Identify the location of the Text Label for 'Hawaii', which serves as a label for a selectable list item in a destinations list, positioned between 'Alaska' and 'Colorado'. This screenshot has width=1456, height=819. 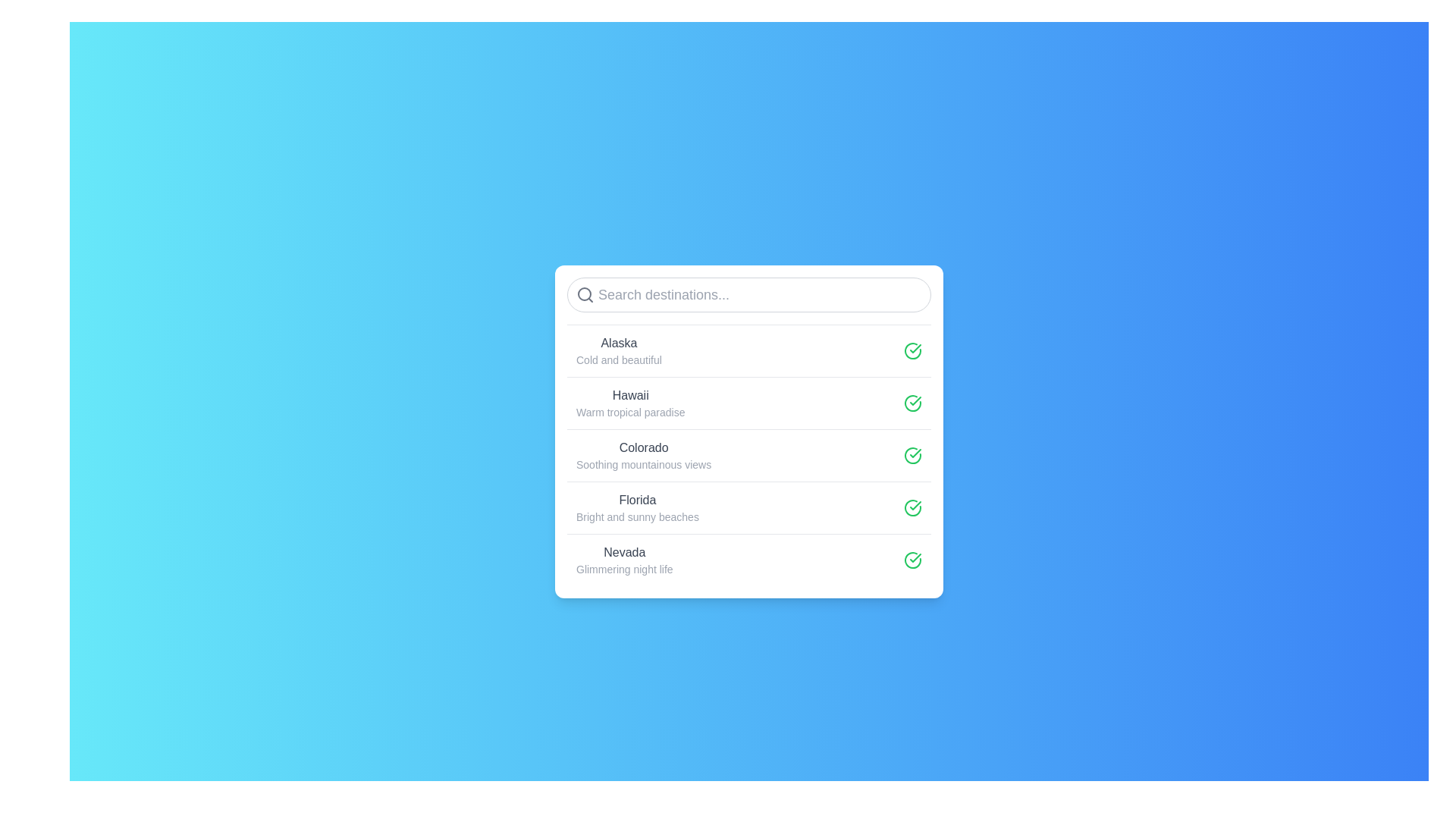
(630, 394).